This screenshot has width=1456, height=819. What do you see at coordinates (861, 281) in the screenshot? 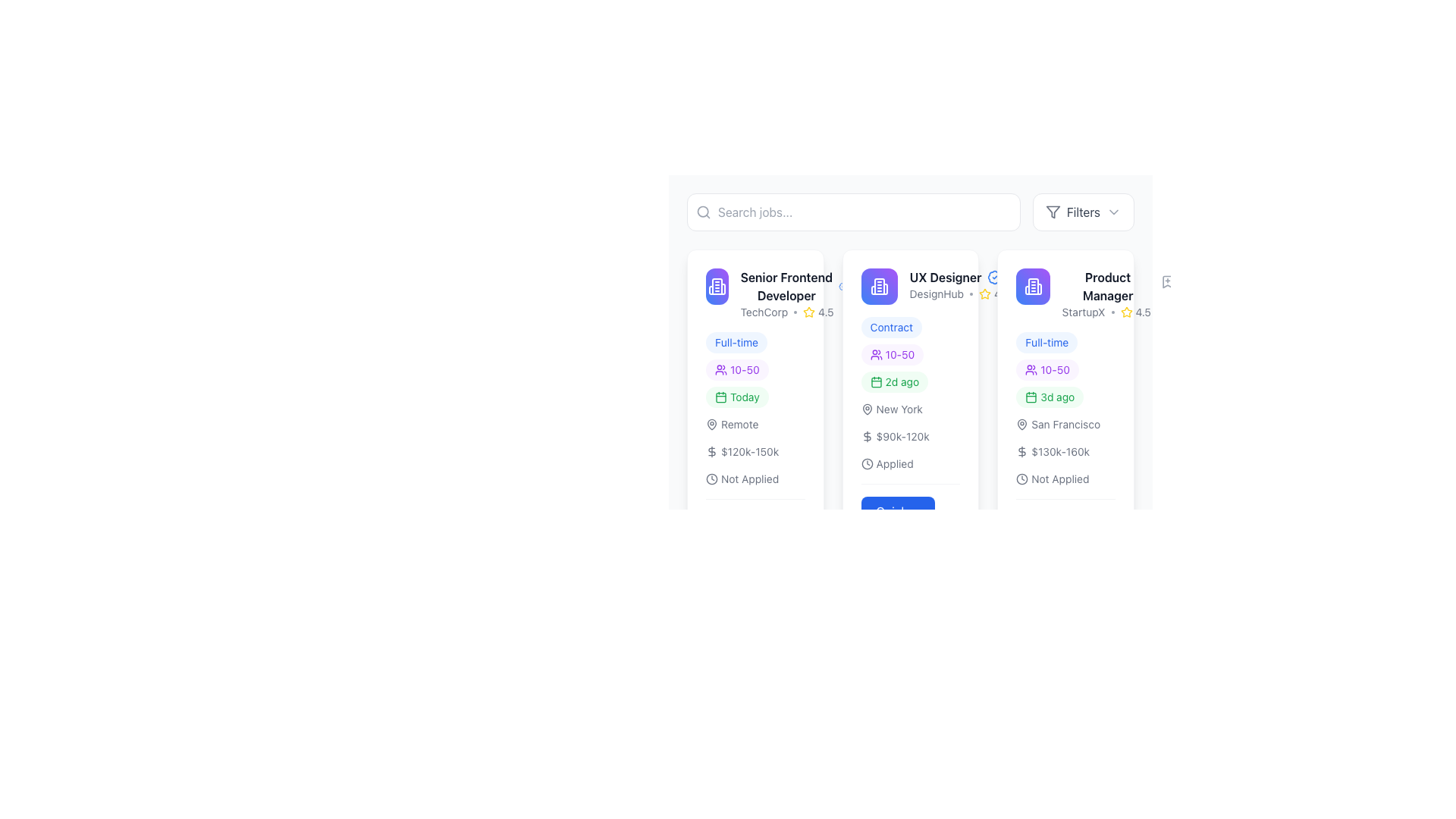
I see `the bookmark icon with a plus symbol located at the top-right of the UX Designer job card to bookmark the associated job posting` at bounding box center [861, 281].